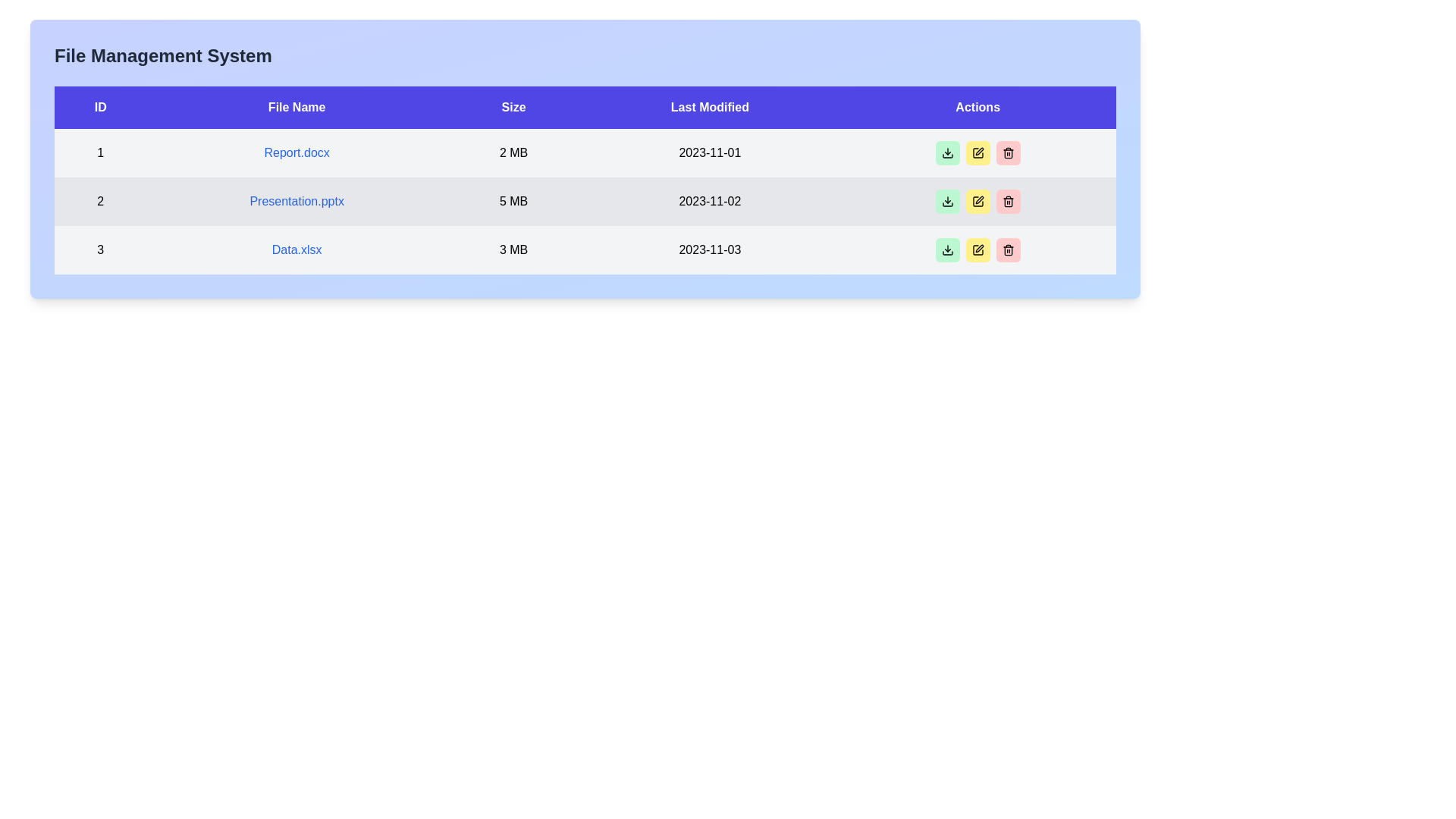 Image resolution: width=1456 pixels, height=819 pixels. What do you see at coordinates (977, 249) in the screenshot?
I see `the yellow rectangular button with a black pen icon located in the 'Actions' column of the last row in the 'File Management System' table` at bounding box center [977, 249].